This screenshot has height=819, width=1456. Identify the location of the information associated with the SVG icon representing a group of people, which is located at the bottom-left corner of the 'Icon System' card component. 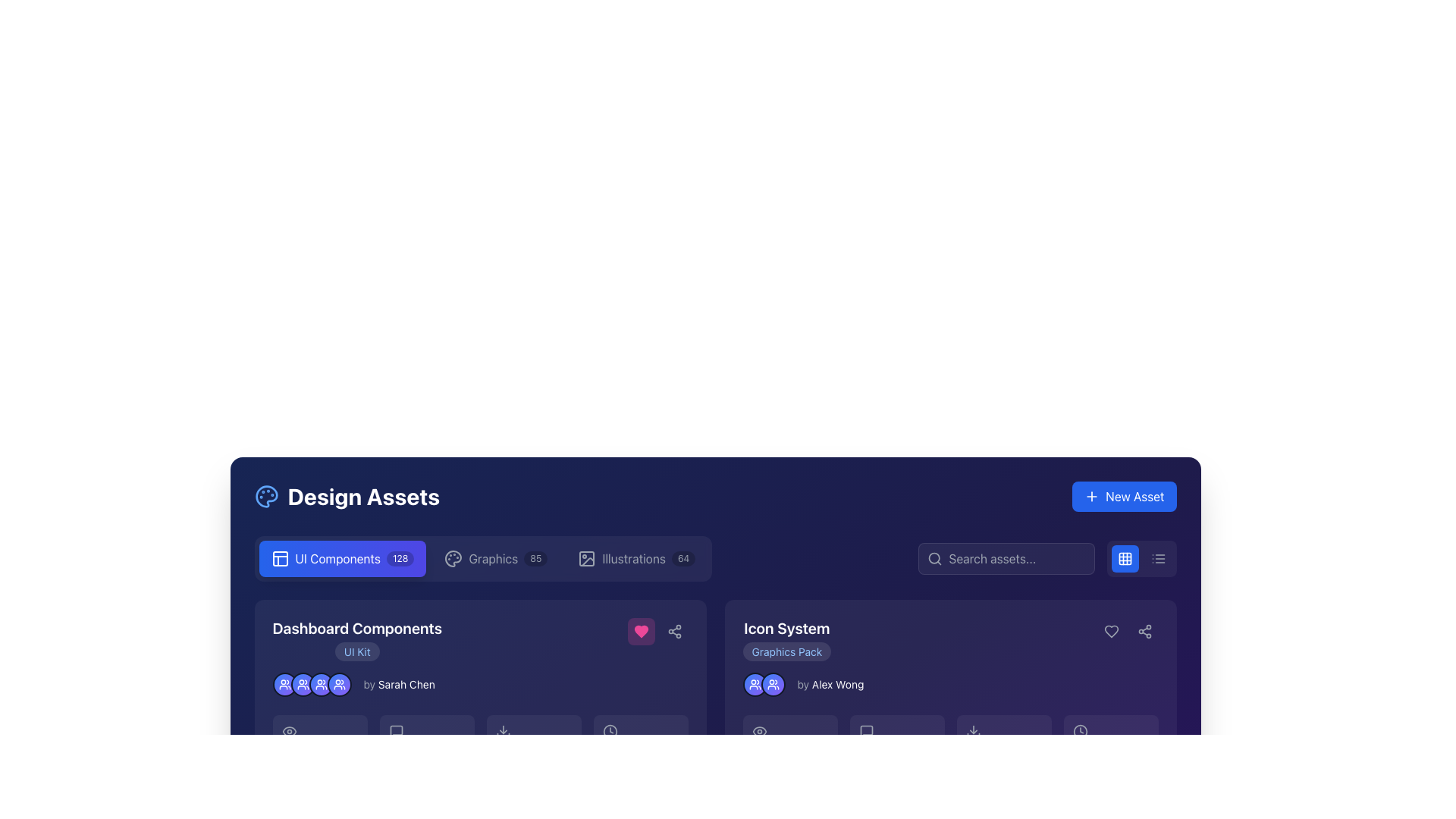
(755, 684).